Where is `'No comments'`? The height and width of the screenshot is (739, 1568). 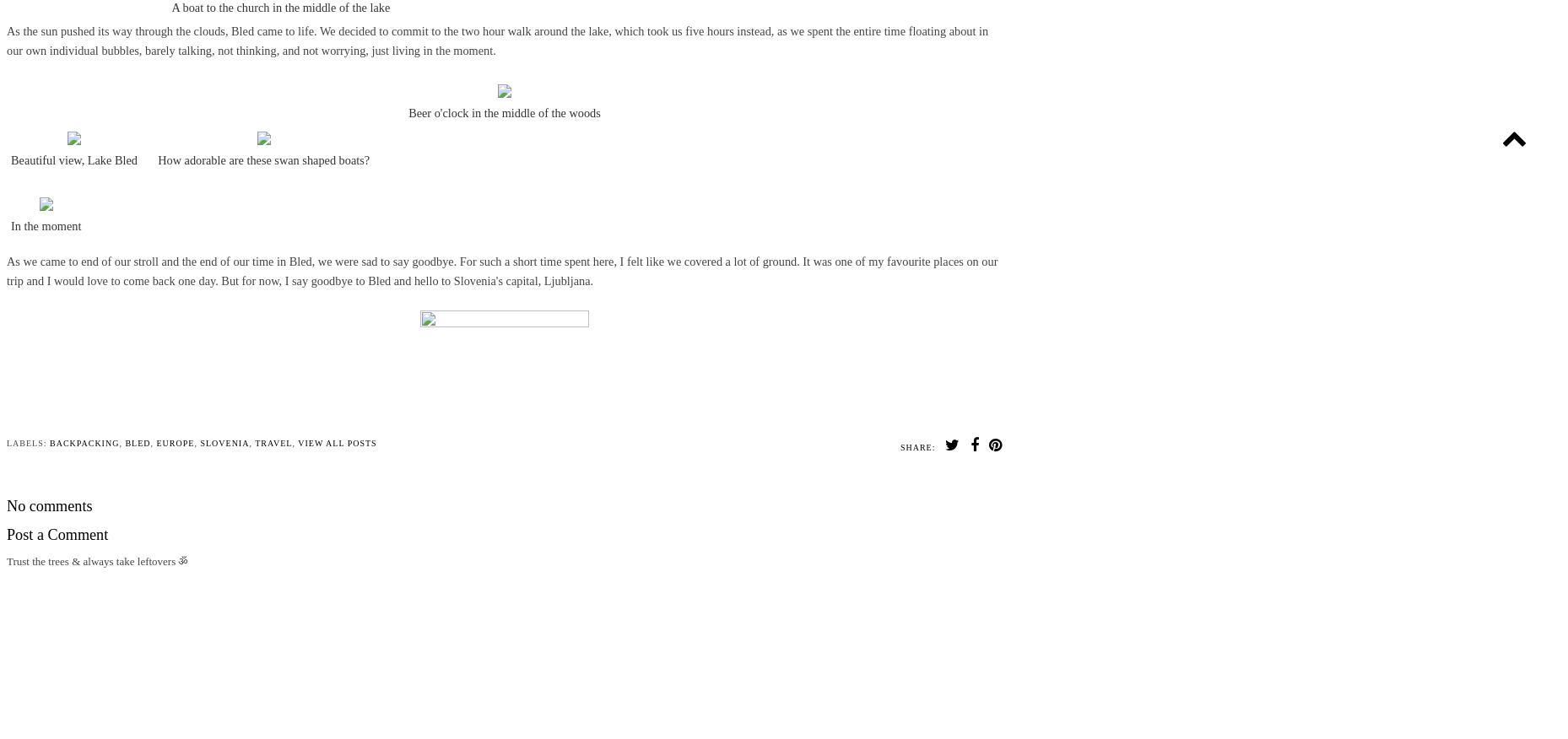 'No comments' is located at coordinates (48, 504).